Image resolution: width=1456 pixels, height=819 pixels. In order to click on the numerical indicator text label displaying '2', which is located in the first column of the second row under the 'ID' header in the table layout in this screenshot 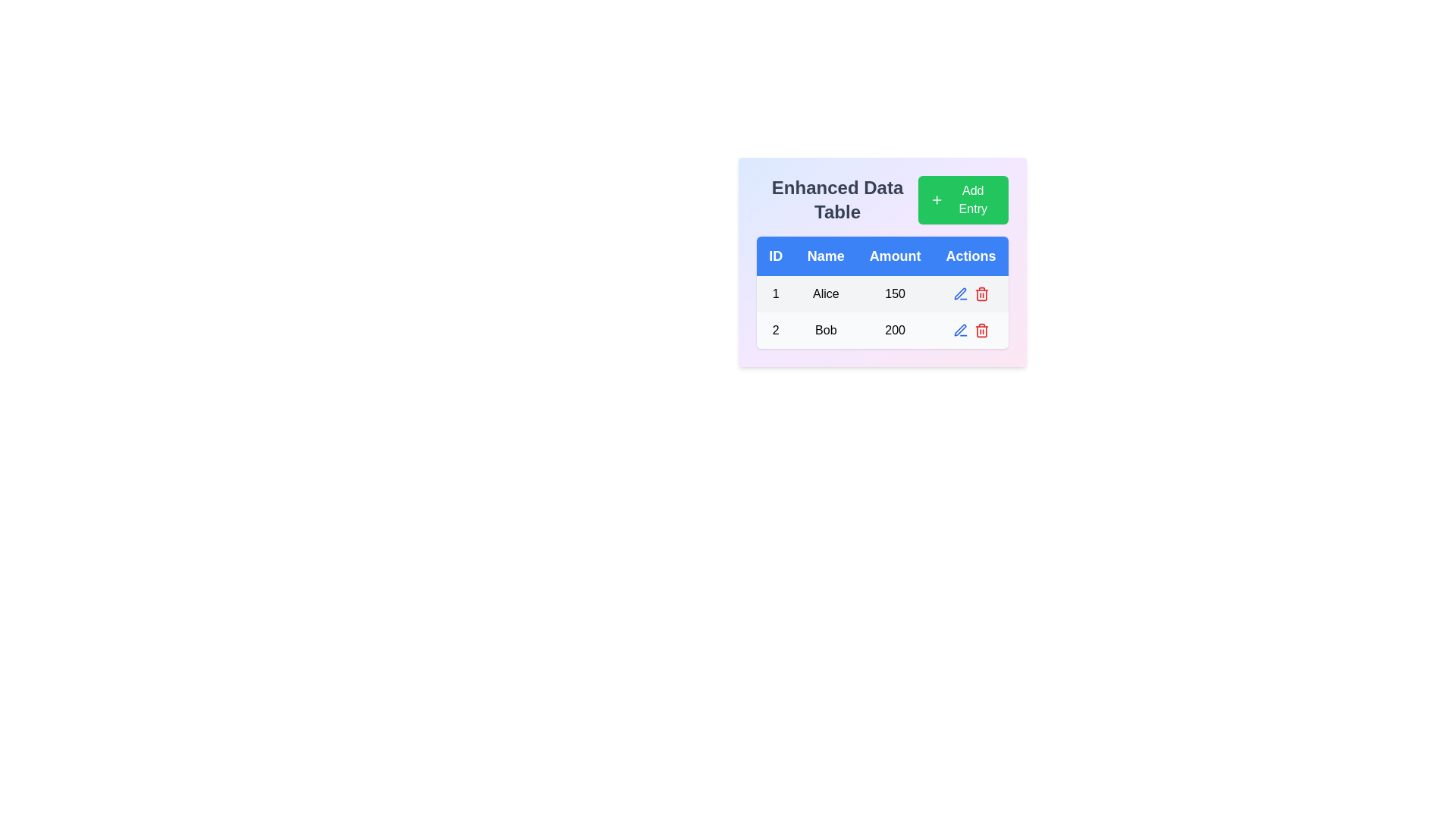, I will do `click(776, 329)`.